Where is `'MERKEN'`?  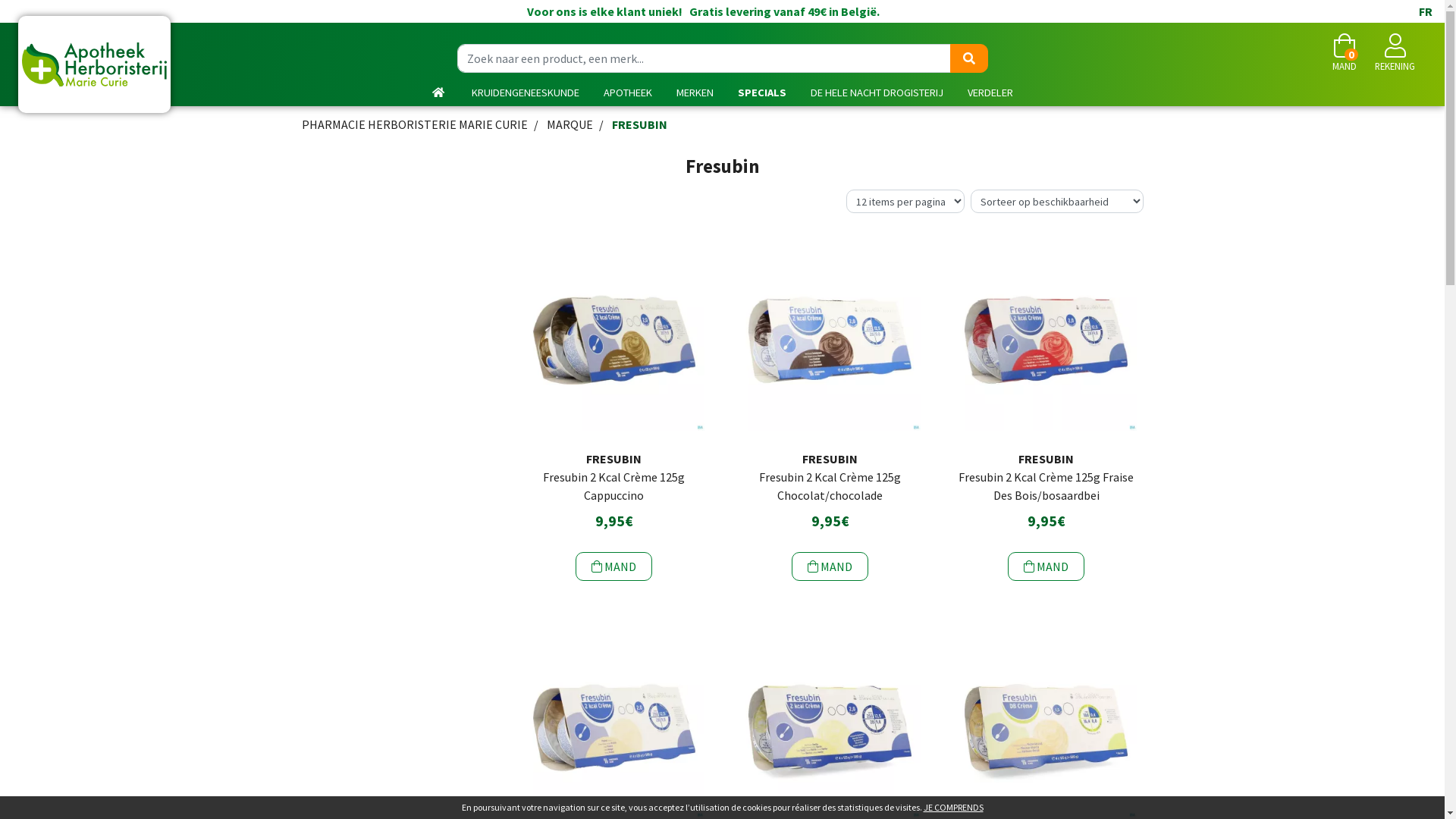
'MERKEN' is located at coordinates (694, 93).